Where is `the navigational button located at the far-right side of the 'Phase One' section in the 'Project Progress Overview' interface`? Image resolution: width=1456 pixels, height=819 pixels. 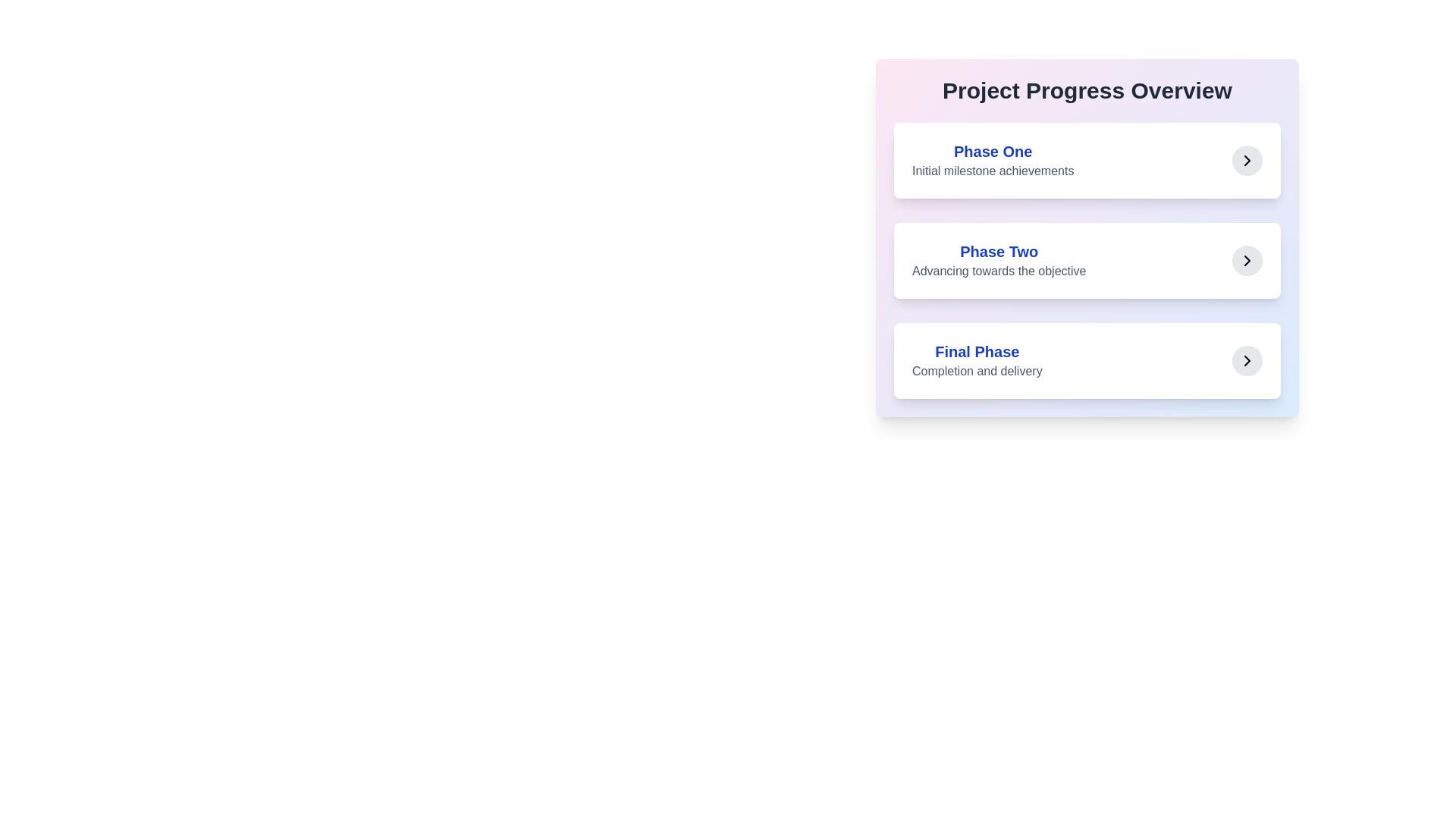 the navigational button located at the far-right side of the 'Phase One' section in the 'Project Progress Overview' interface is located at coordinates (1247, 161).